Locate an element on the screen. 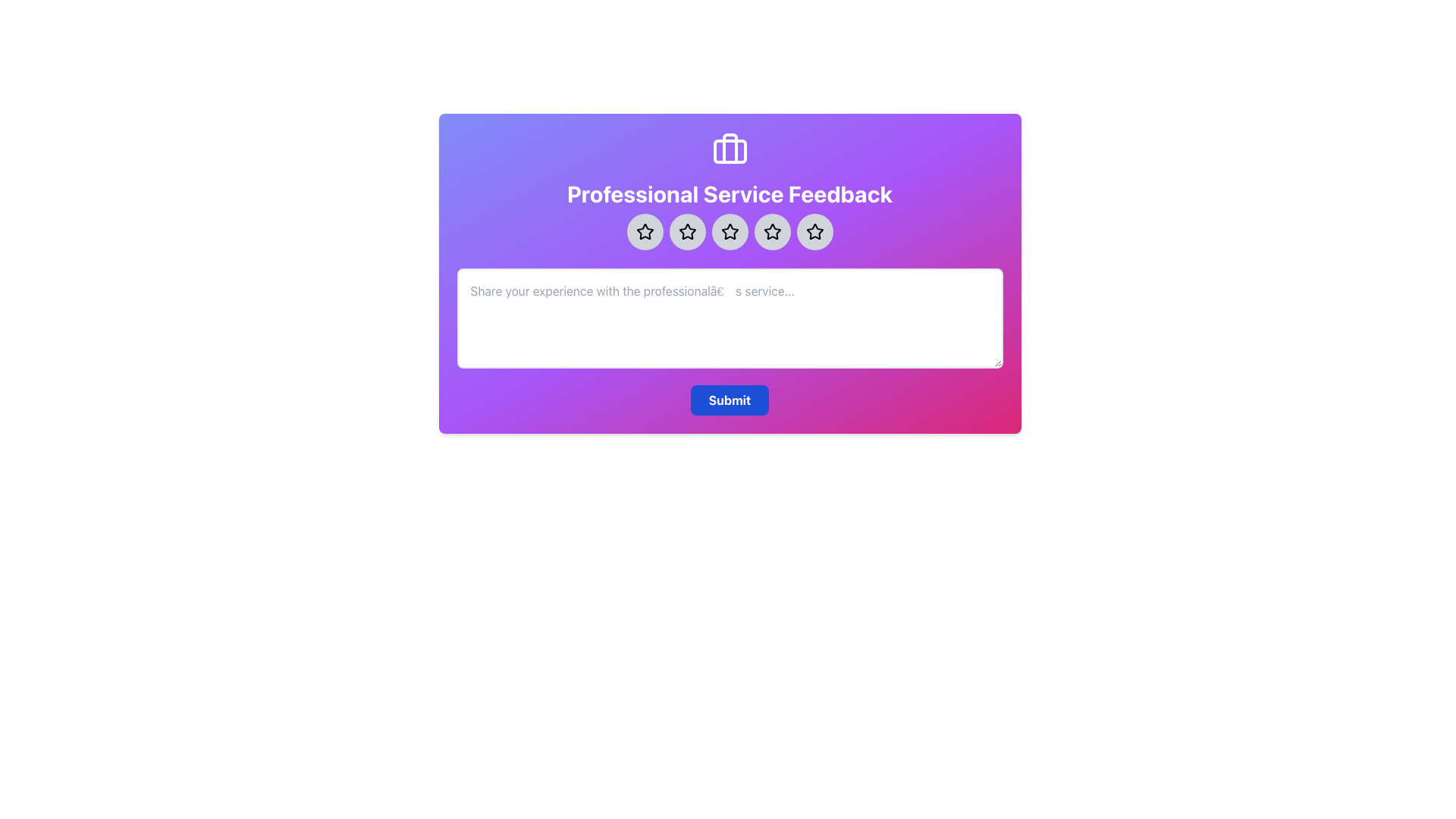  the fourth star icon in the feedback section is located at coordinates (772, 231).